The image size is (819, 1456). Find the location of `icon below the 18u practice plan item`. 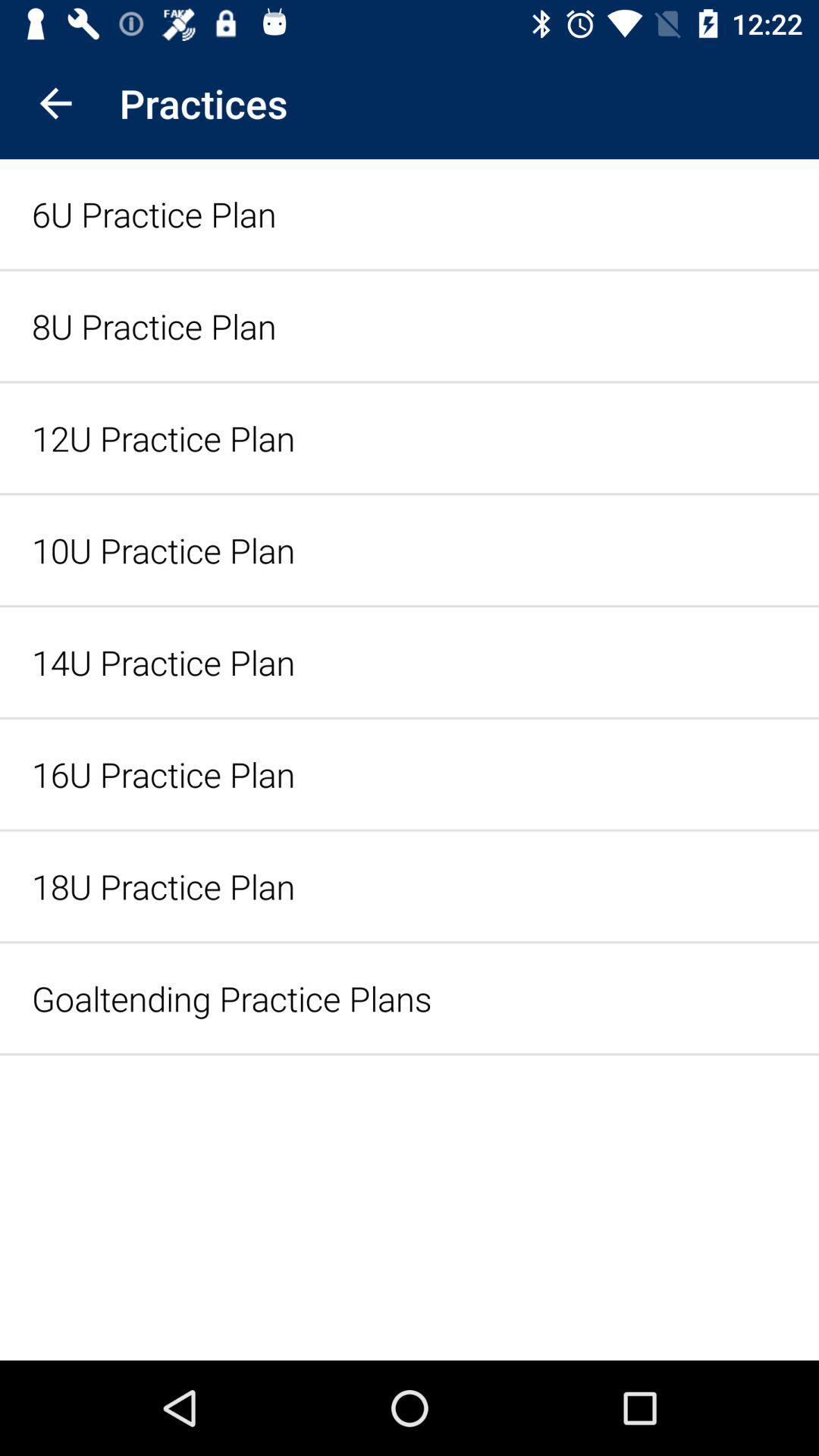

icon below the 18u practice plan item is located at coordinates (409, 998).